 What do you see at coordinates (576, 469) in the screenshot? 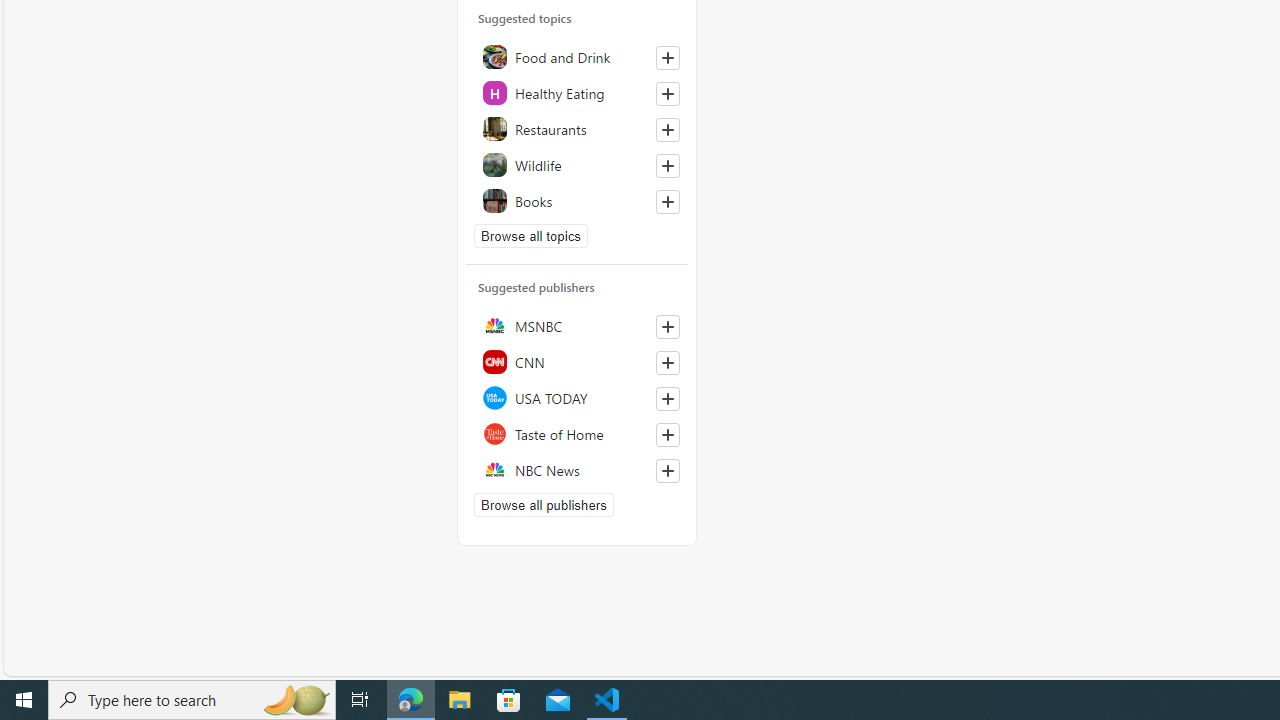
I see `'NBC News'` at bounding box center [576, 469].